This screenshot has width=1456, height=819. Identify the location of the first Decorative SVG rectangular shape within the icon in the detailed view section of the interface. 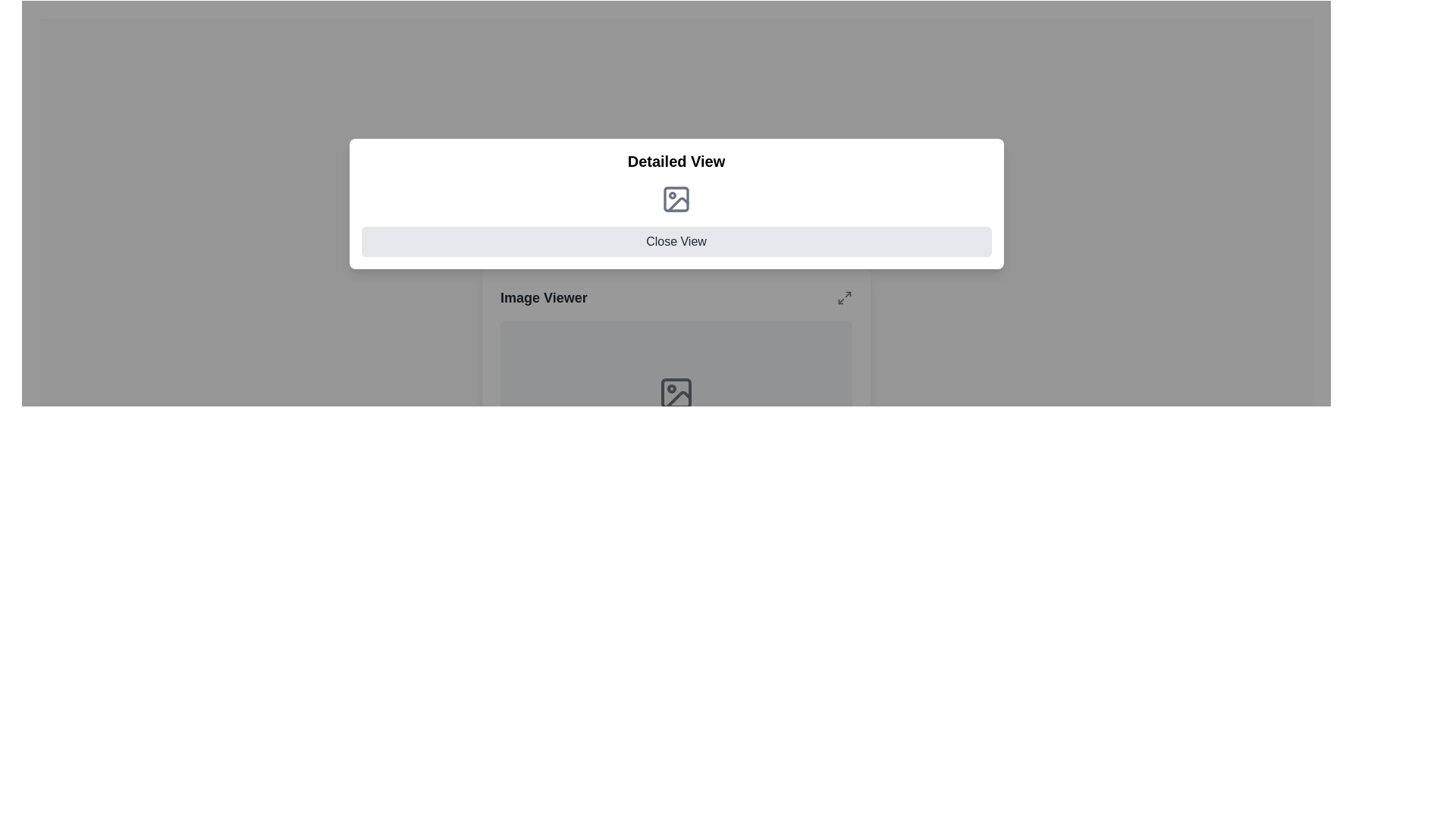
(676, 393).